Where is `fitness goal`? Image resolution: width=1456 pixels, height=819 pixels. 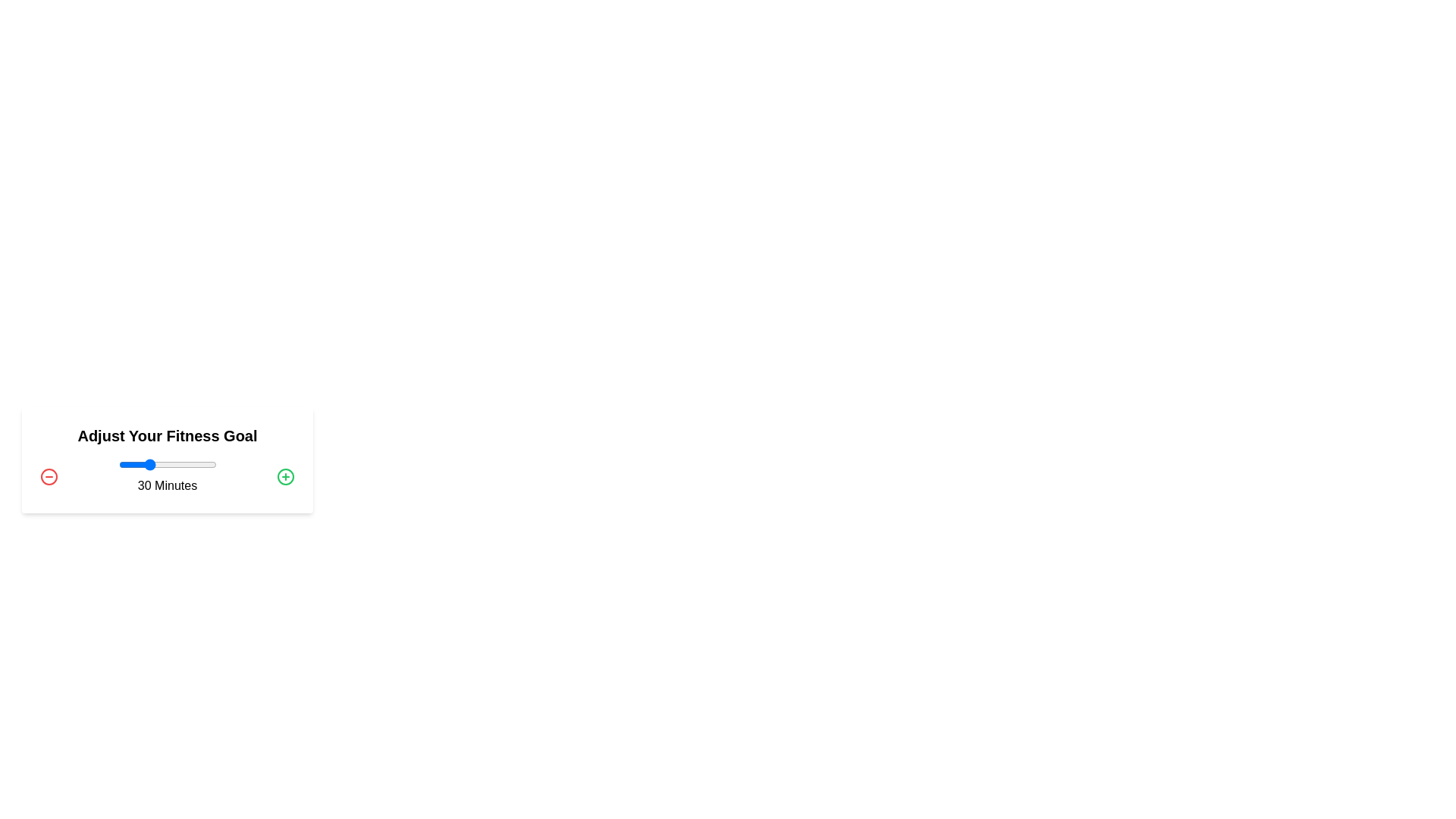
fitness goal is located at coordinates (190, 464).